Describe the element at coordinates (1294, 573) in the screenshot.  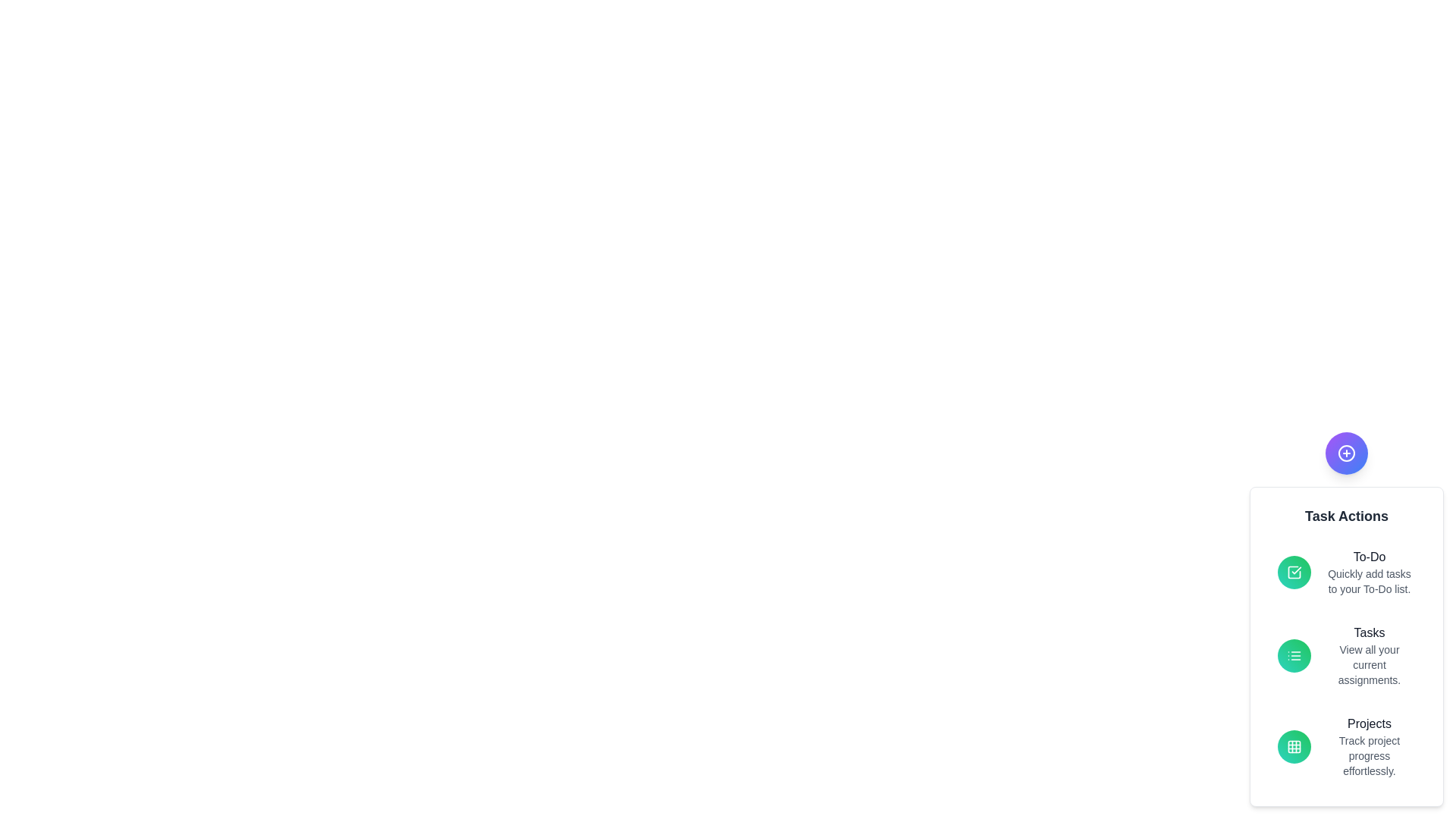
I see `the icon for To-Do in the Task Actions menu` at that location.